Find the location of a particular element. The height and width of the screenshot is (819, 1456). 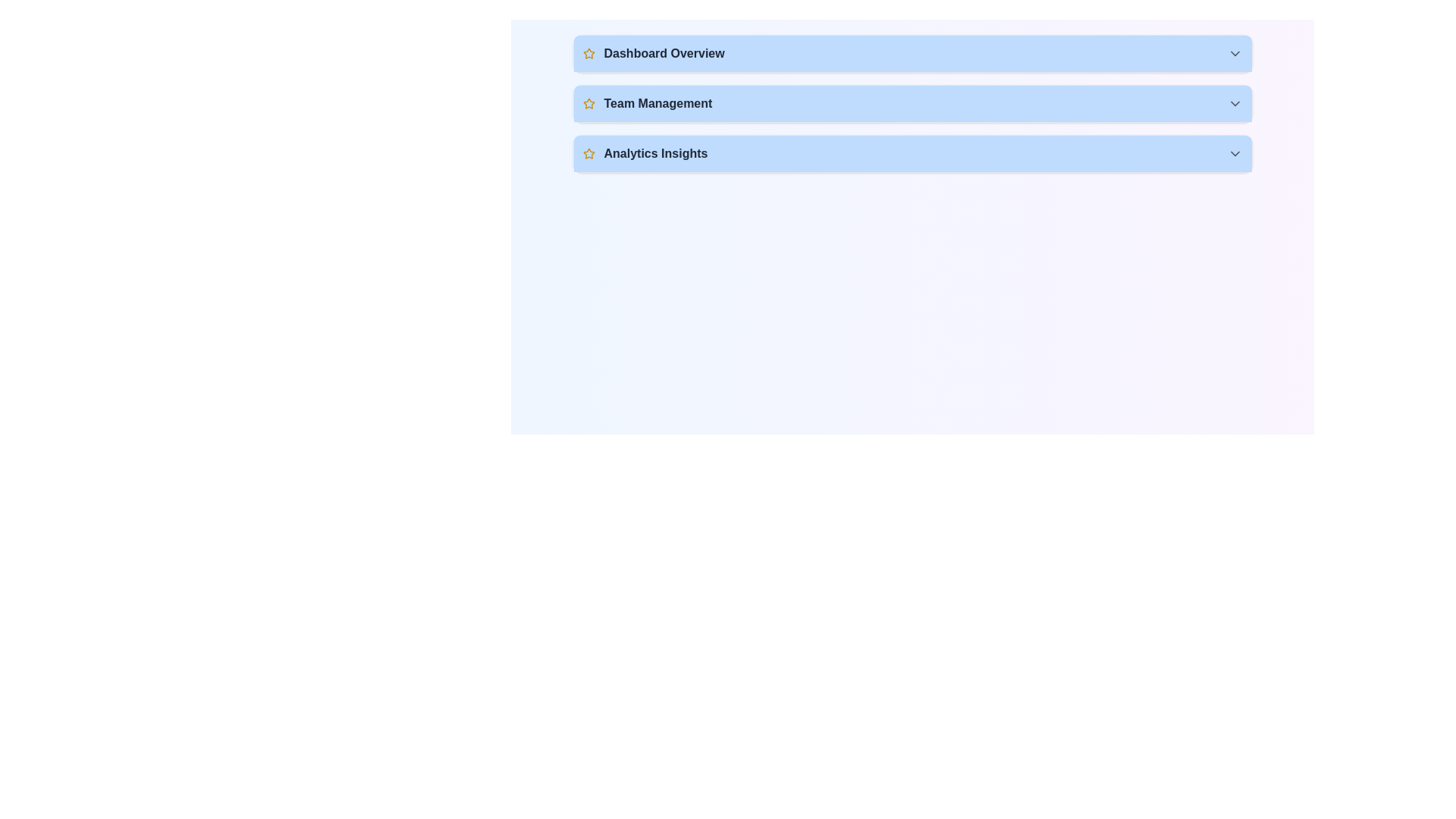

the 'Analytics Insights' tab using keyboard navigation is located at coordinates (912, 154).